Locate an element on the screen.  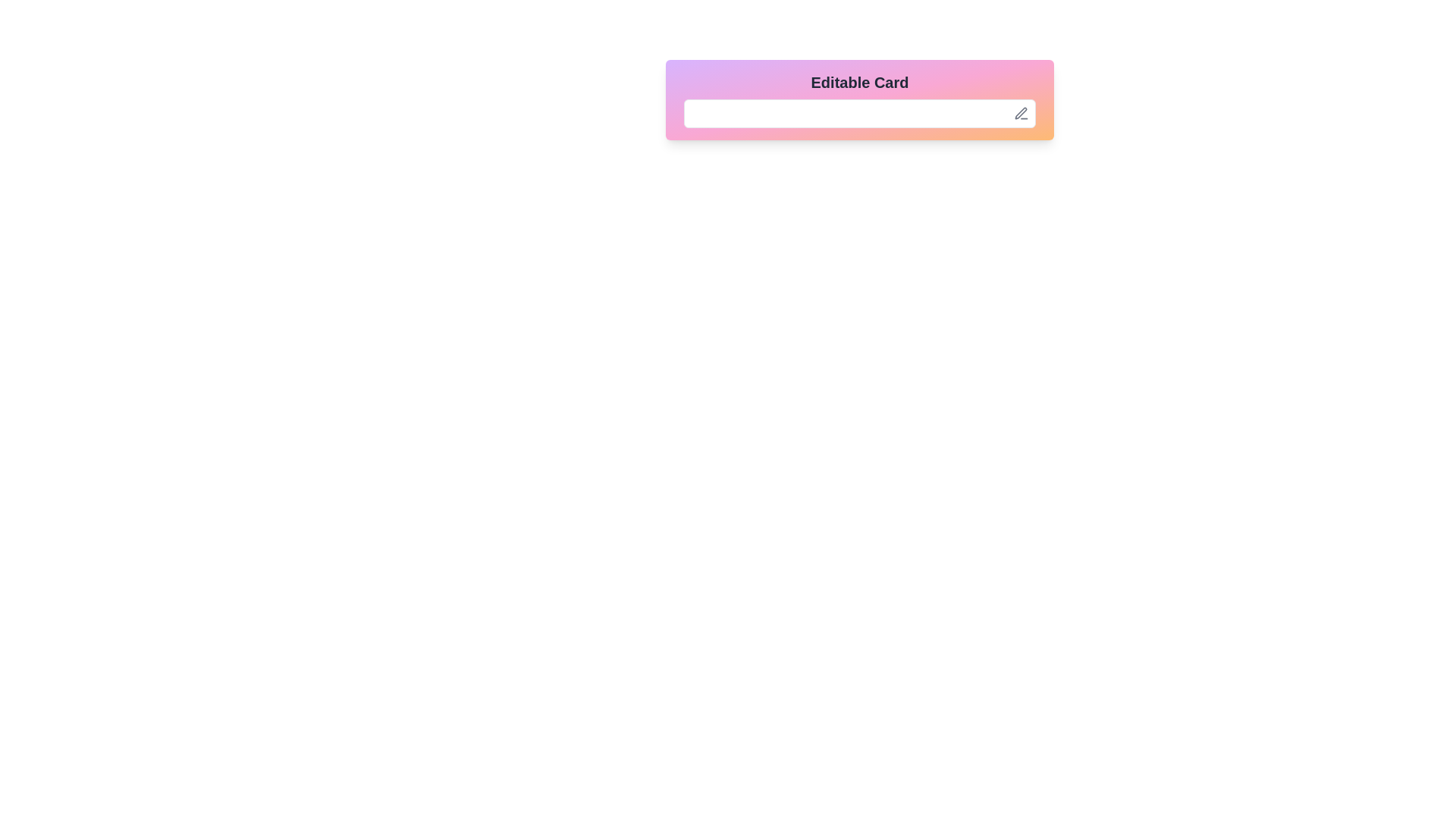
the stylized pen icon button located in the top-right corner of the editable text field is located at coordinates (1021, 112).